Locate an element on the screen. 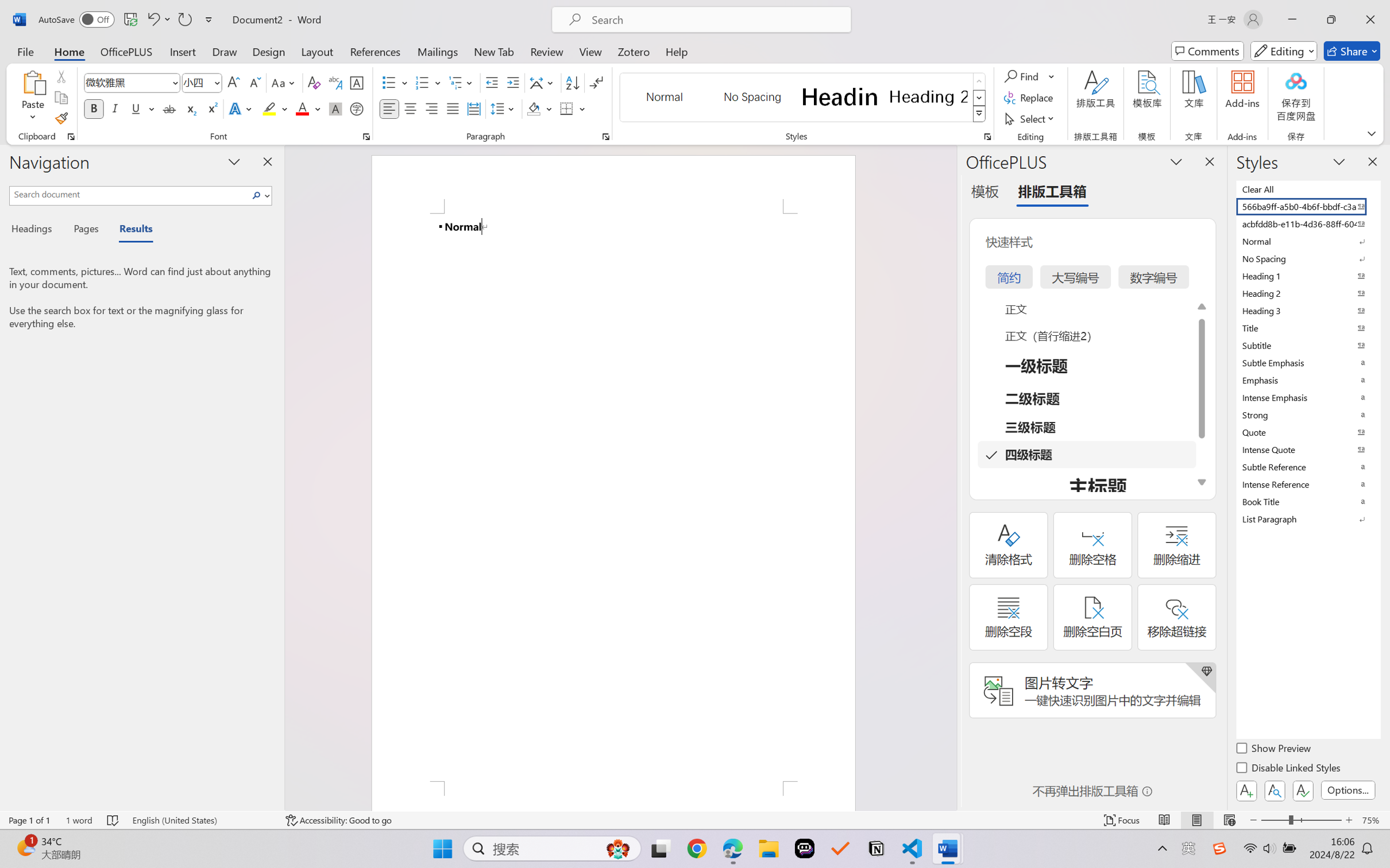  'Underline' is located at coordinates (135, 108).